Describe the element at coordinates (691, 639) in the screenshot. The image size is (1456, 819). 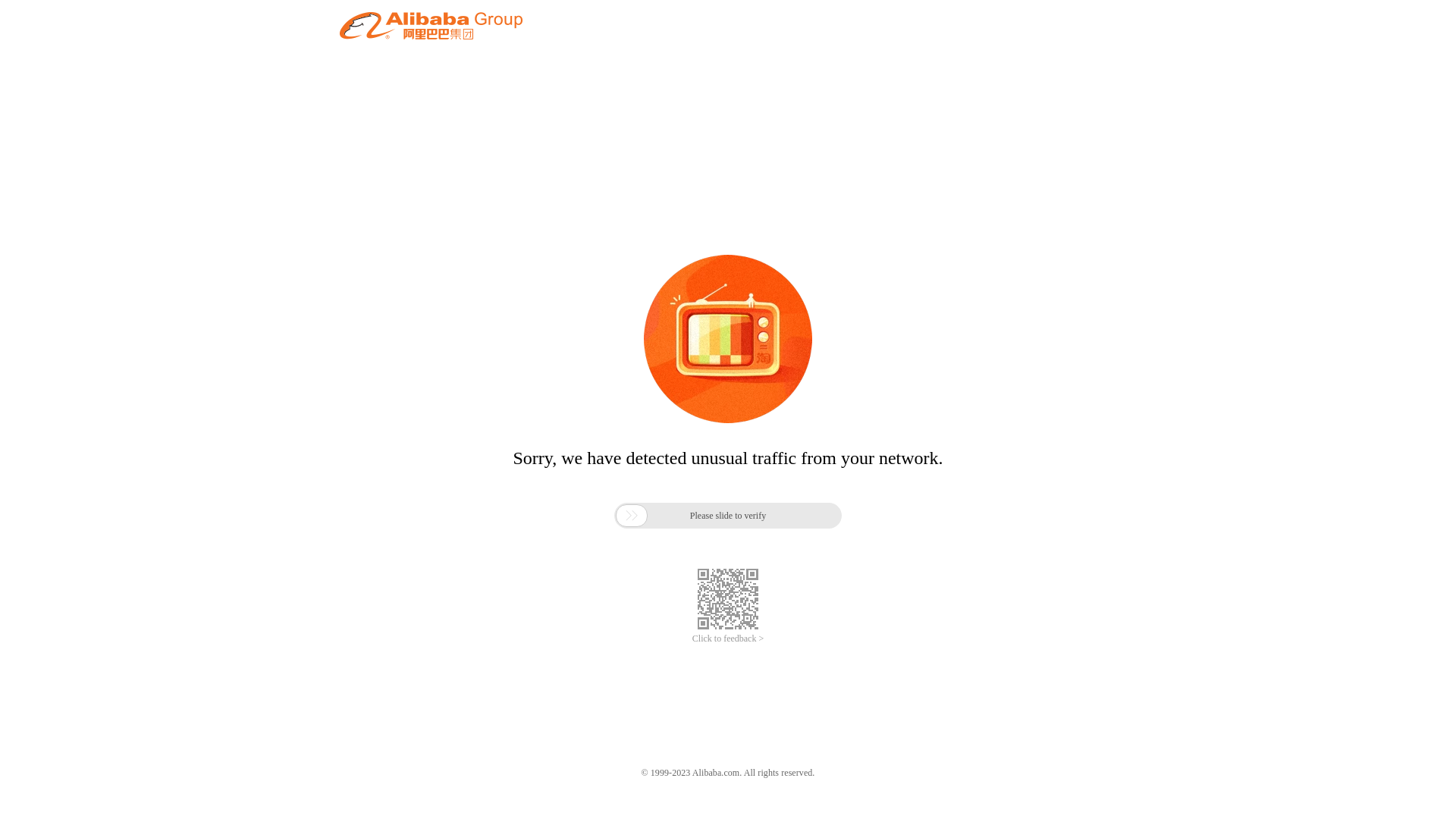
I see `'Click to feedback >'` at that location.